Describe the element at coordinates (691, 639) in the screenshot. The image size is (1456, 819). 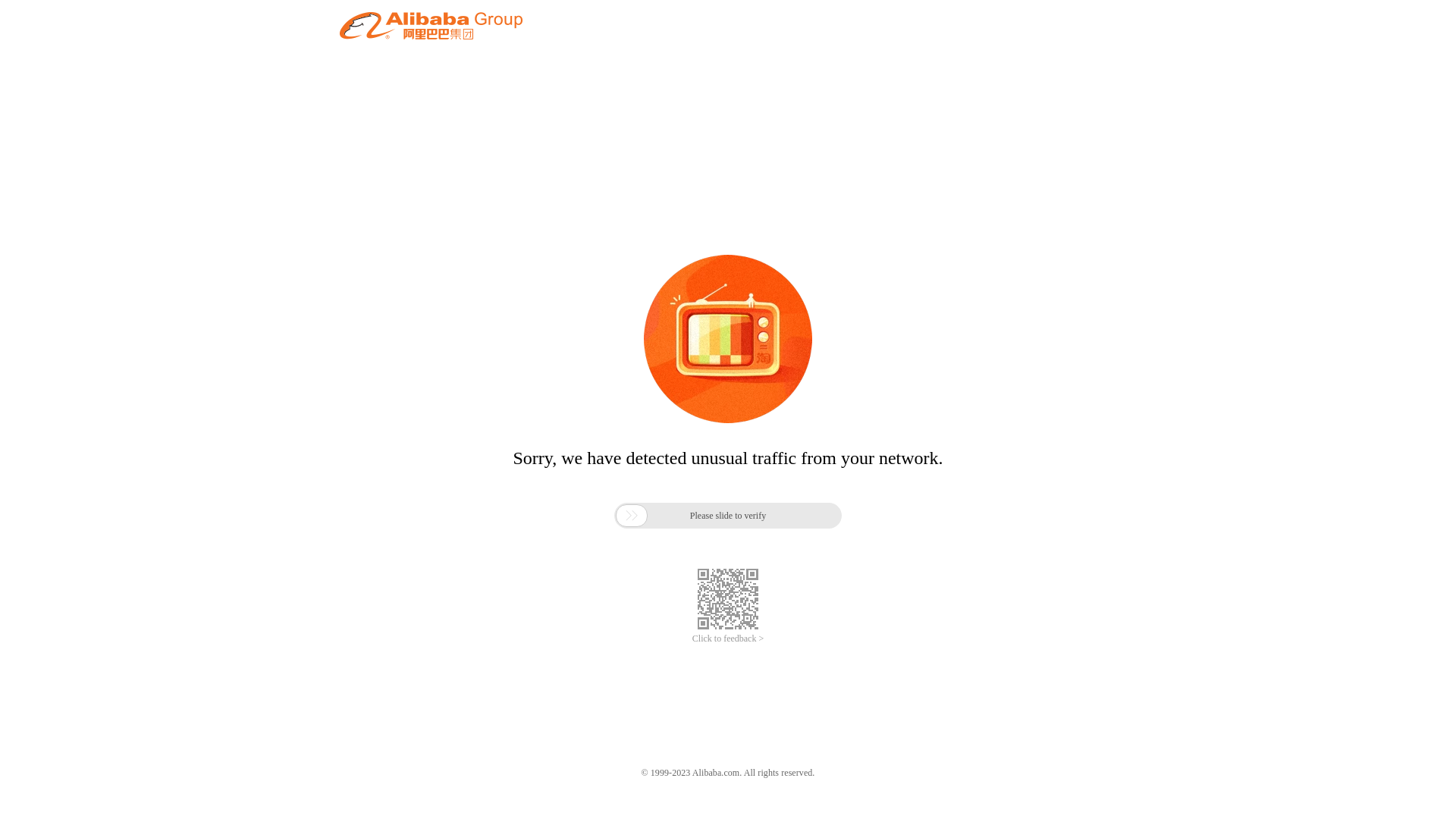
I see `'Click to feedback >'` at that location.